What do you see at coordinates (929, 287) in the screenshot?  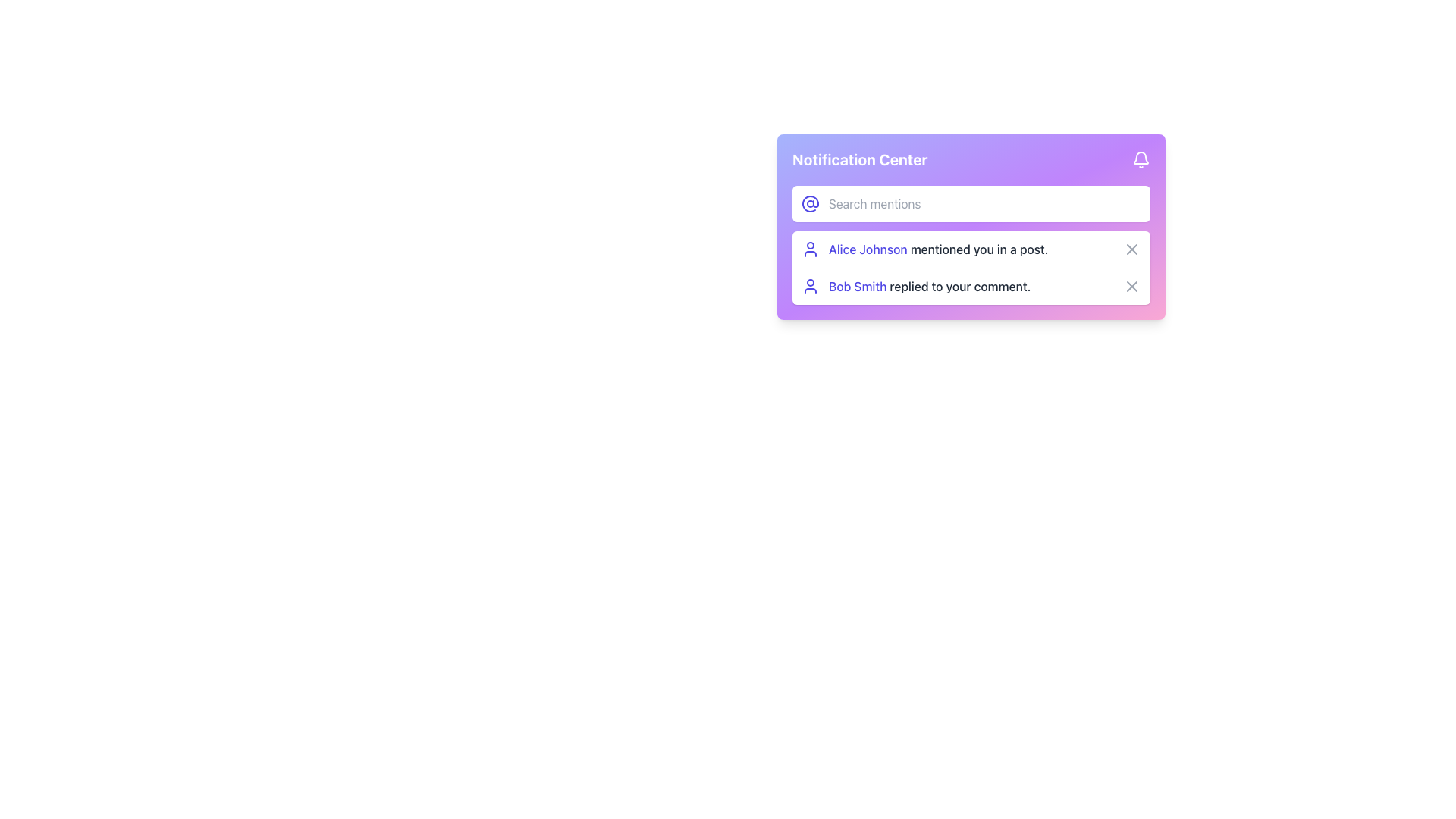 I see `the text label notifying the user that 'Bob Smith' has interacted with their comment, which is the second notification in the Notification Center popup` at bounding box center [929, 287].